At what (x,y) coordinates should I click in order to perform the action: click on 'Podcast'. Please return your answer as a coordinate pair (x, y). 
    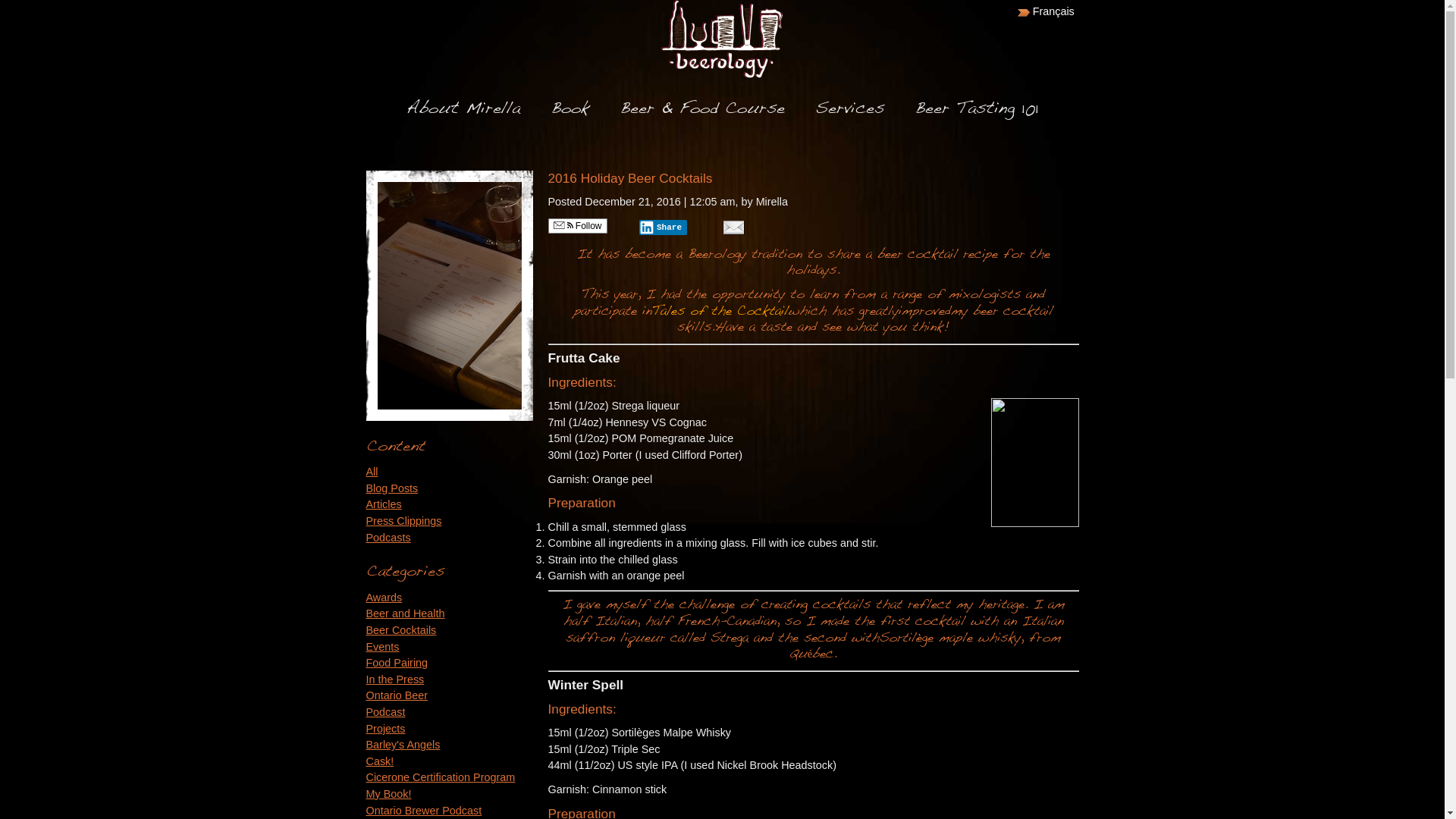
    Looking at the image, I should click on (365, 711).